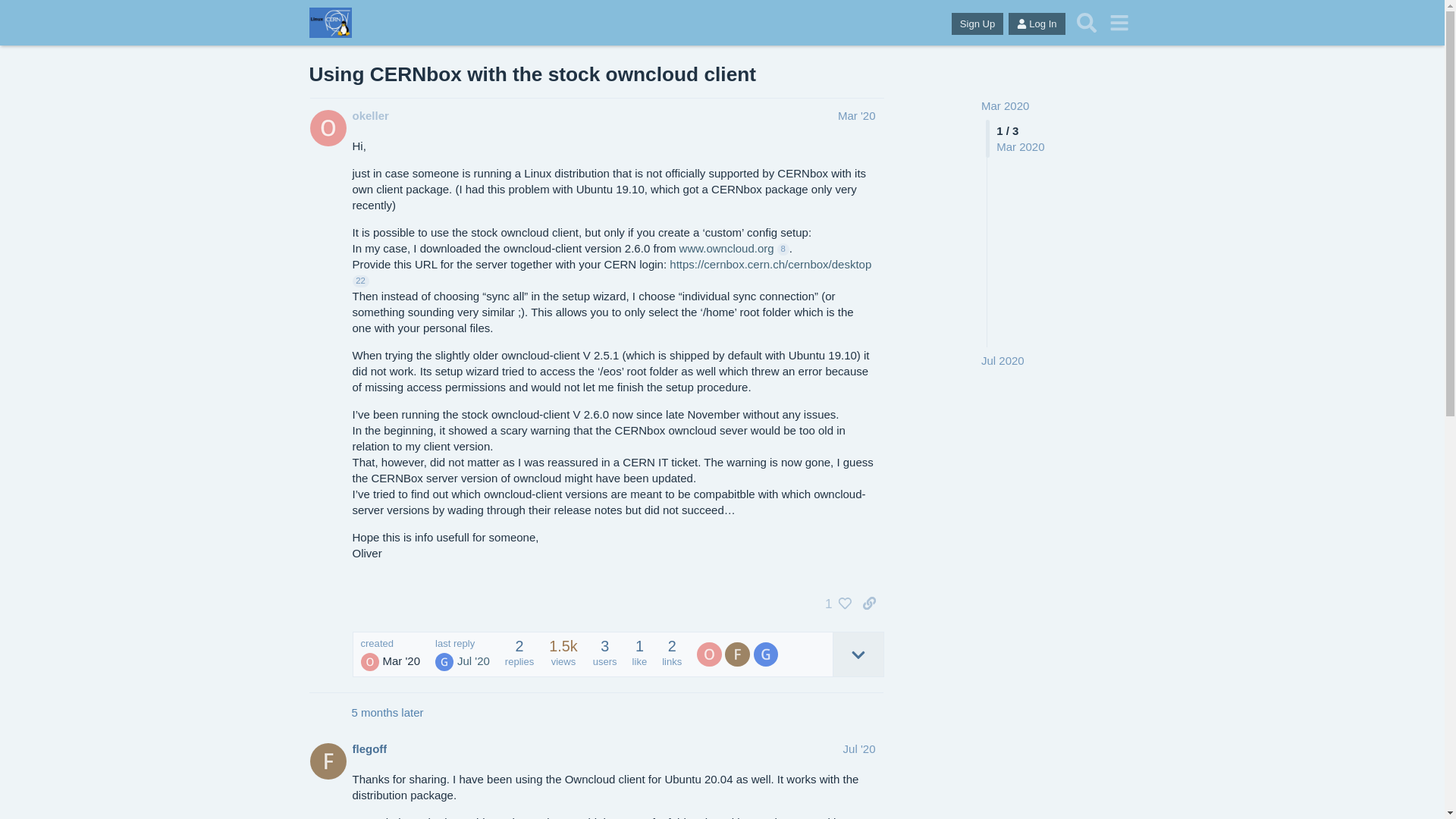  Describe the element at coordinates (833, 602) in the screenshot. I see `'1'` at that location.